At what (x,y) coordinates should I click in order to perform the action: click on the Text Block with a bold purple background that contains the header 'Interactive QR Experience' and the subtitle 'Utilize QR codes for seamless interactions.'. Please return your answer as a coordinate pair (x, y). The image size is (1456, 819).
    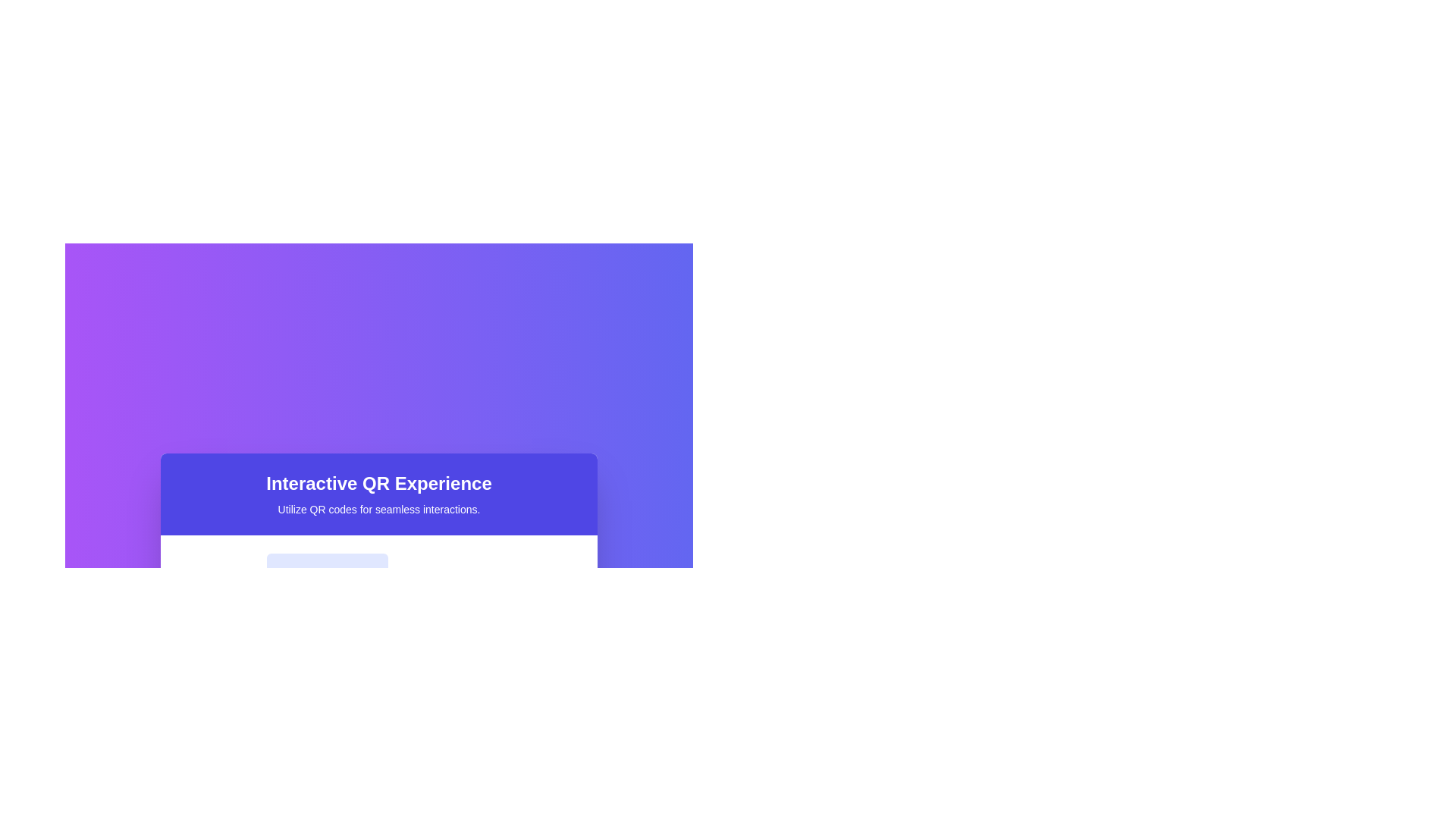
    Looking at the image, I should click on (378, 494).